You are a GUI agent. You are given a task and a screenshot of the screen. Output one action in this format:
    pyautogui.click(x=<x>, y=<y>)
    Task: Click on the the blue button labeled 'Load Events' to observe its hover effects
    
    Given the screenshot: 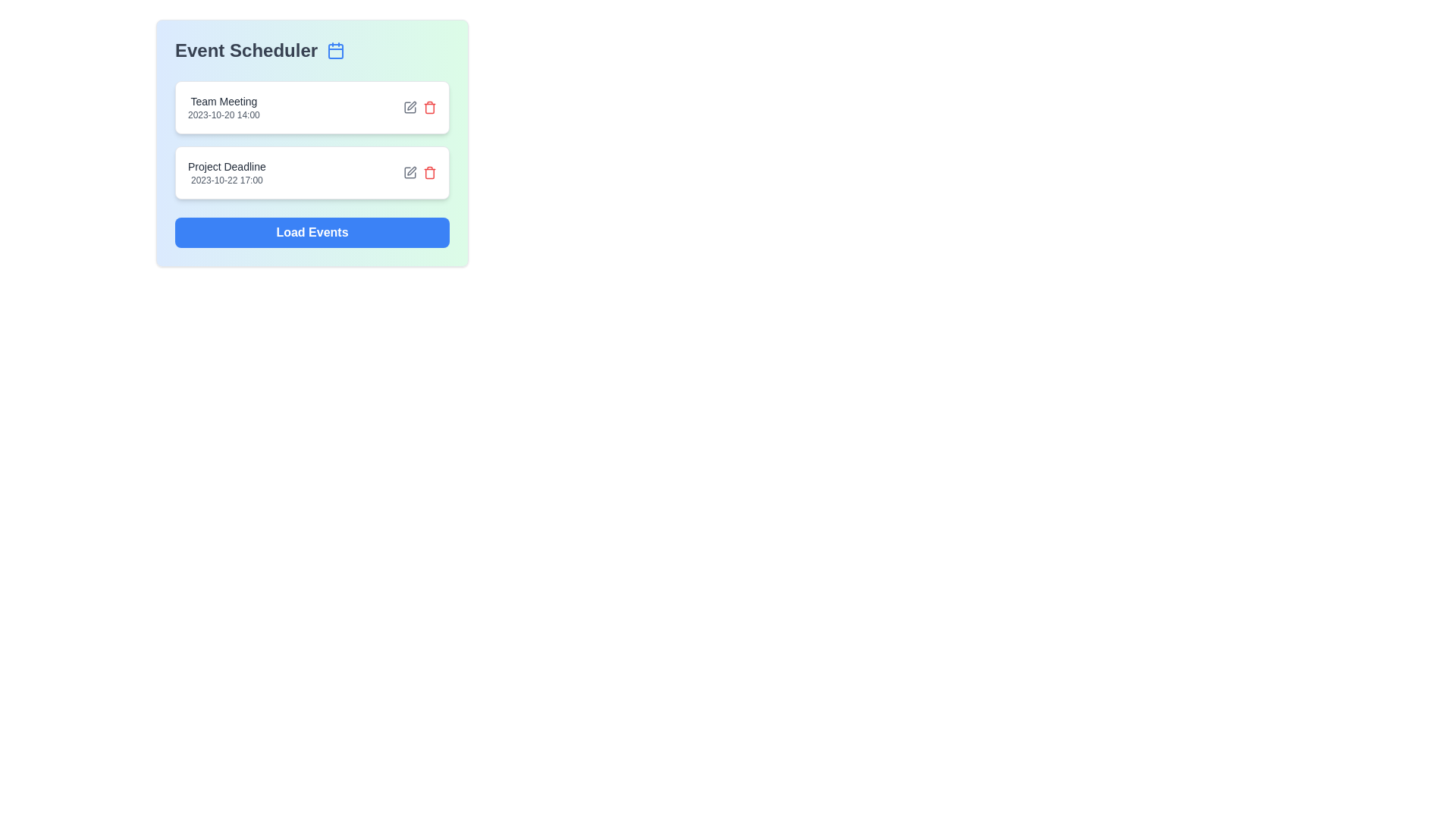 What is the action you would take?
    pyautogui.click(x=312, y=233)
    